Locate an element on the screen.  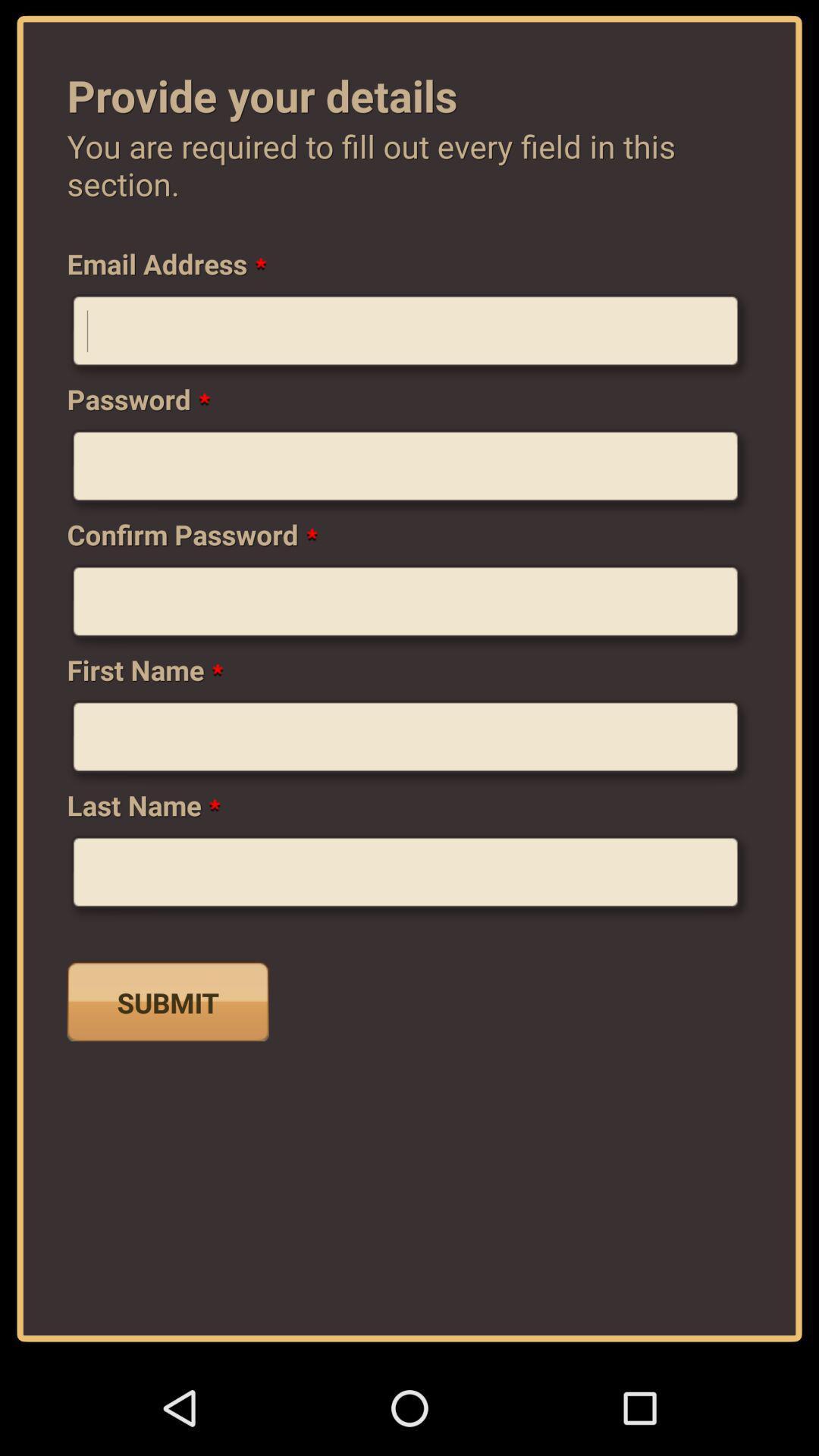
last name is located at coordinates (409, 877).